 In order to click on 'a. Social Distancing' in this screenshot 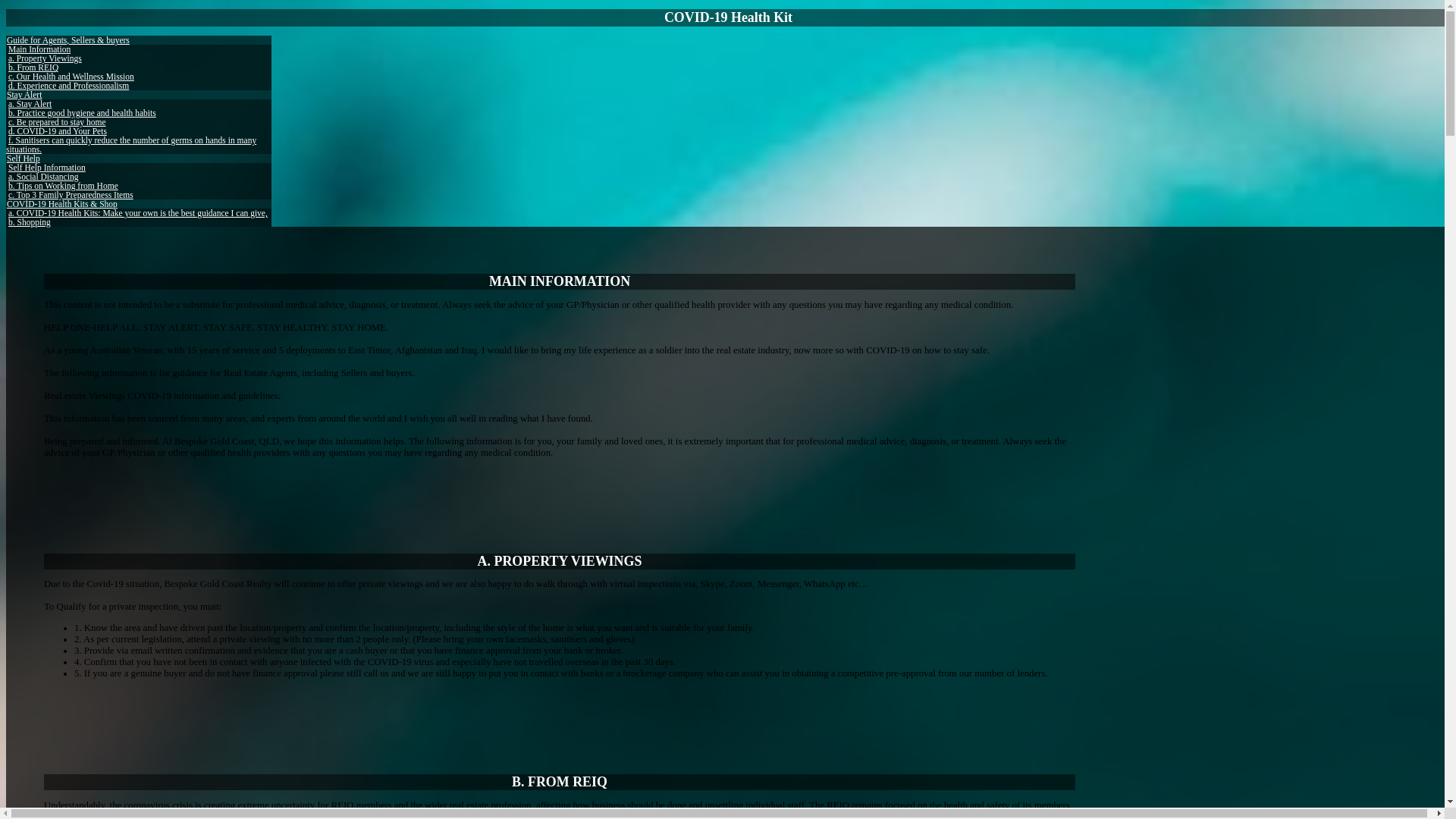, I will do `click(43, 175)`.